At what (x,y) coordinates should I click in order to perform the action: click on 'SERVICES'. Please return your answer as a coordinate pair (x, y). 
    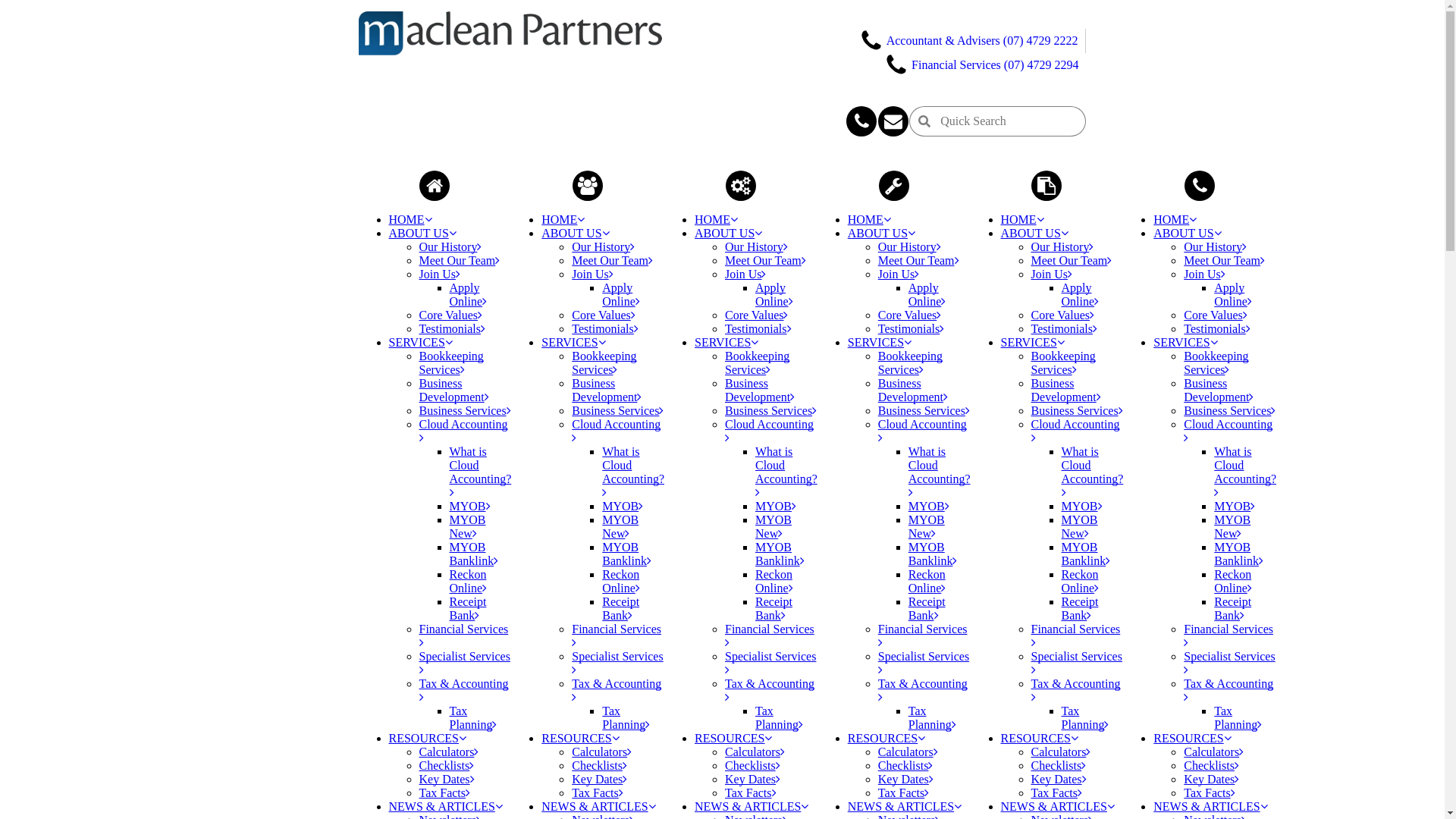
    Looking at the image, I should click on (880, 342).